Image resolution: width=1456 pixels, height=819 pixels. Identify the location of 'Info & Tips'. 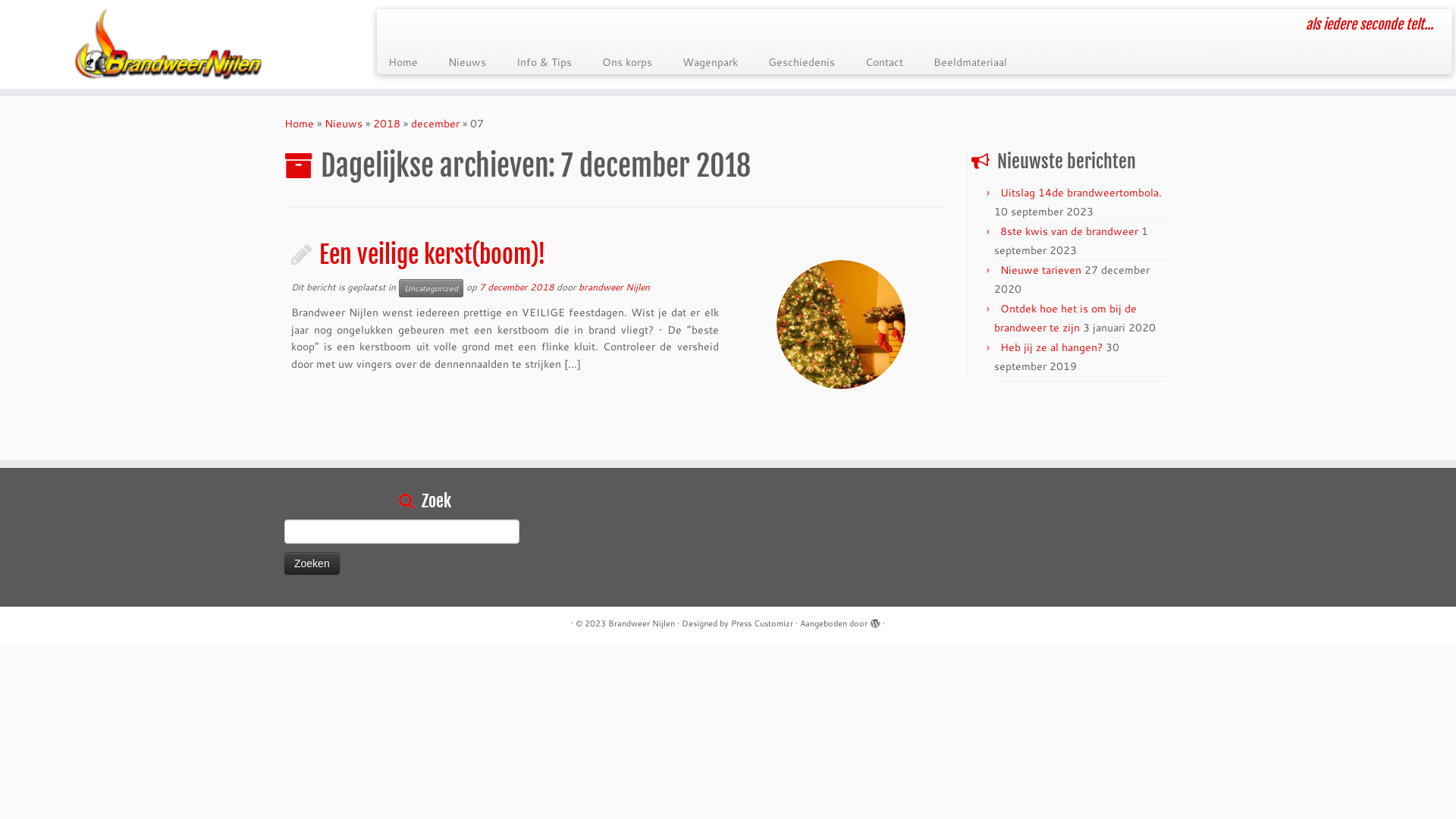
(501, 61).